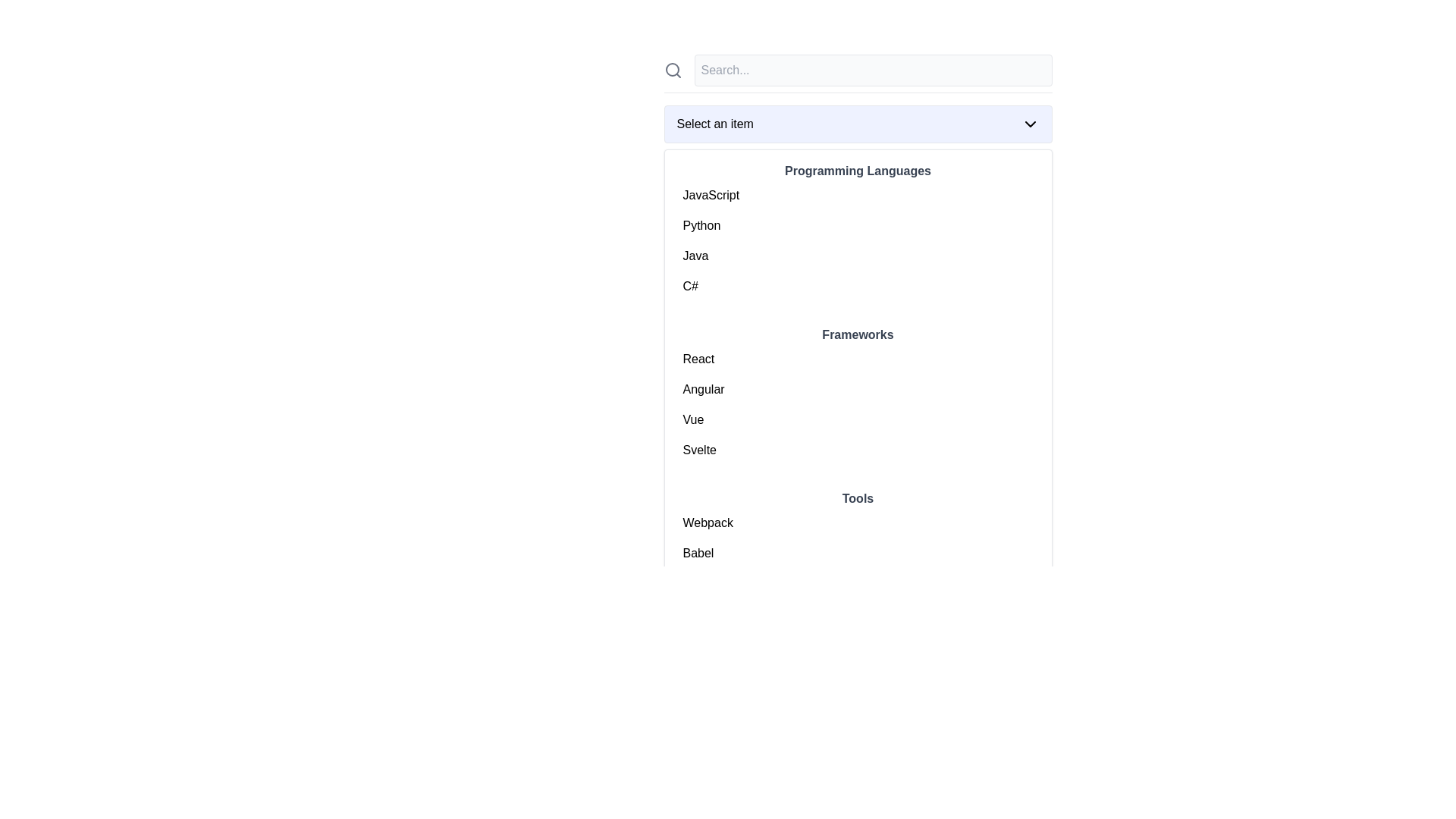 The height and width of the screenshot is (819, 1456). What do you see at coordinates (858, 568) in the screenshot?
I see `each item in the vertical list of tools located in the 'Tools' section towards the lower-right quadrant of the interface` at bounding box center [858, 568].